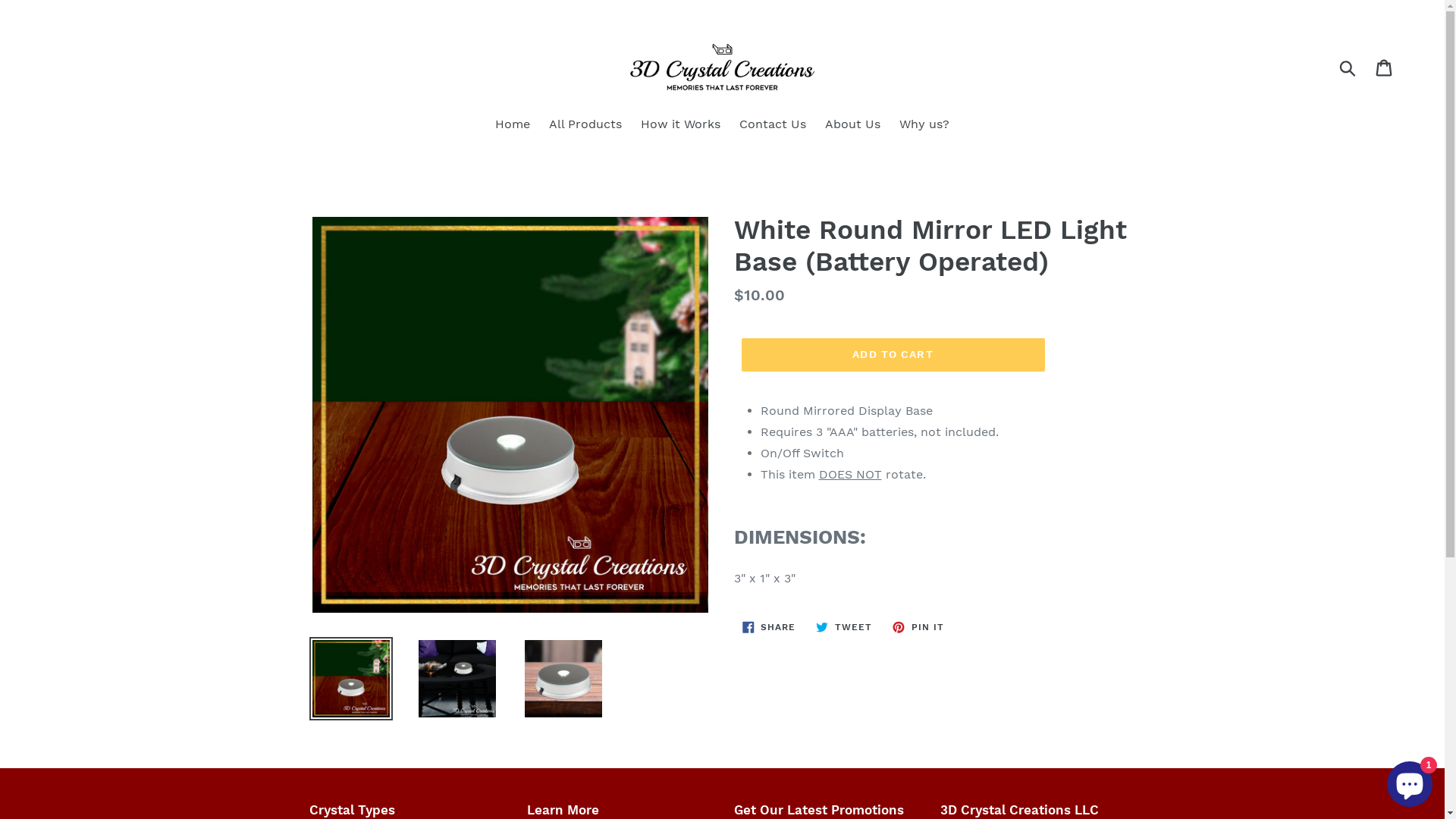  What do you see at coordinates (843, 626) in the screenshot?
I see `'TWEET` at bounding box center [843, 626].